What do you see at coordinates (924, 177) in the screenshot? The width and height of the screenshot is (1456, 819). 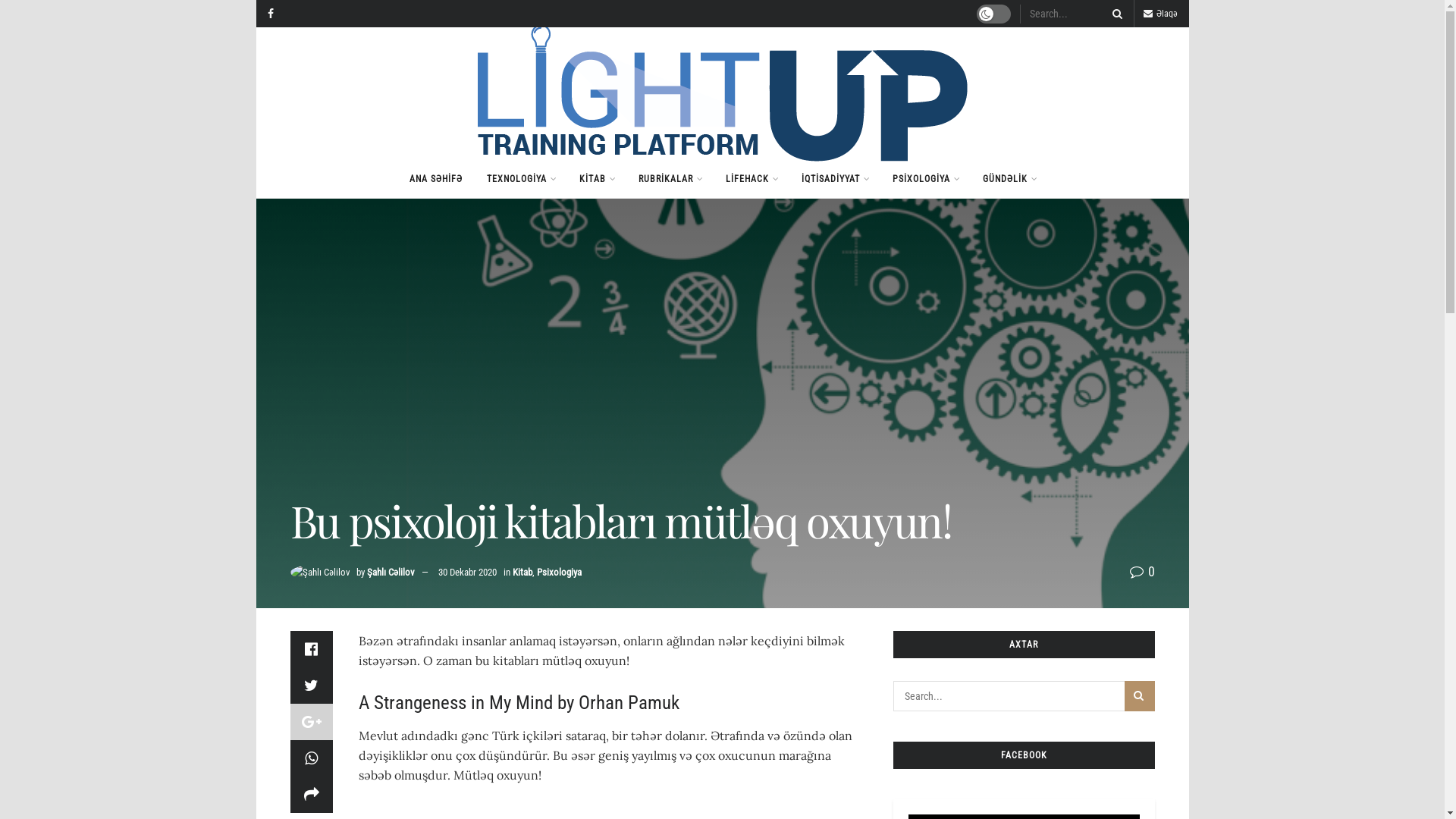 I see `'PSIXOLOGIYA'` at bounding box center [924, 177].